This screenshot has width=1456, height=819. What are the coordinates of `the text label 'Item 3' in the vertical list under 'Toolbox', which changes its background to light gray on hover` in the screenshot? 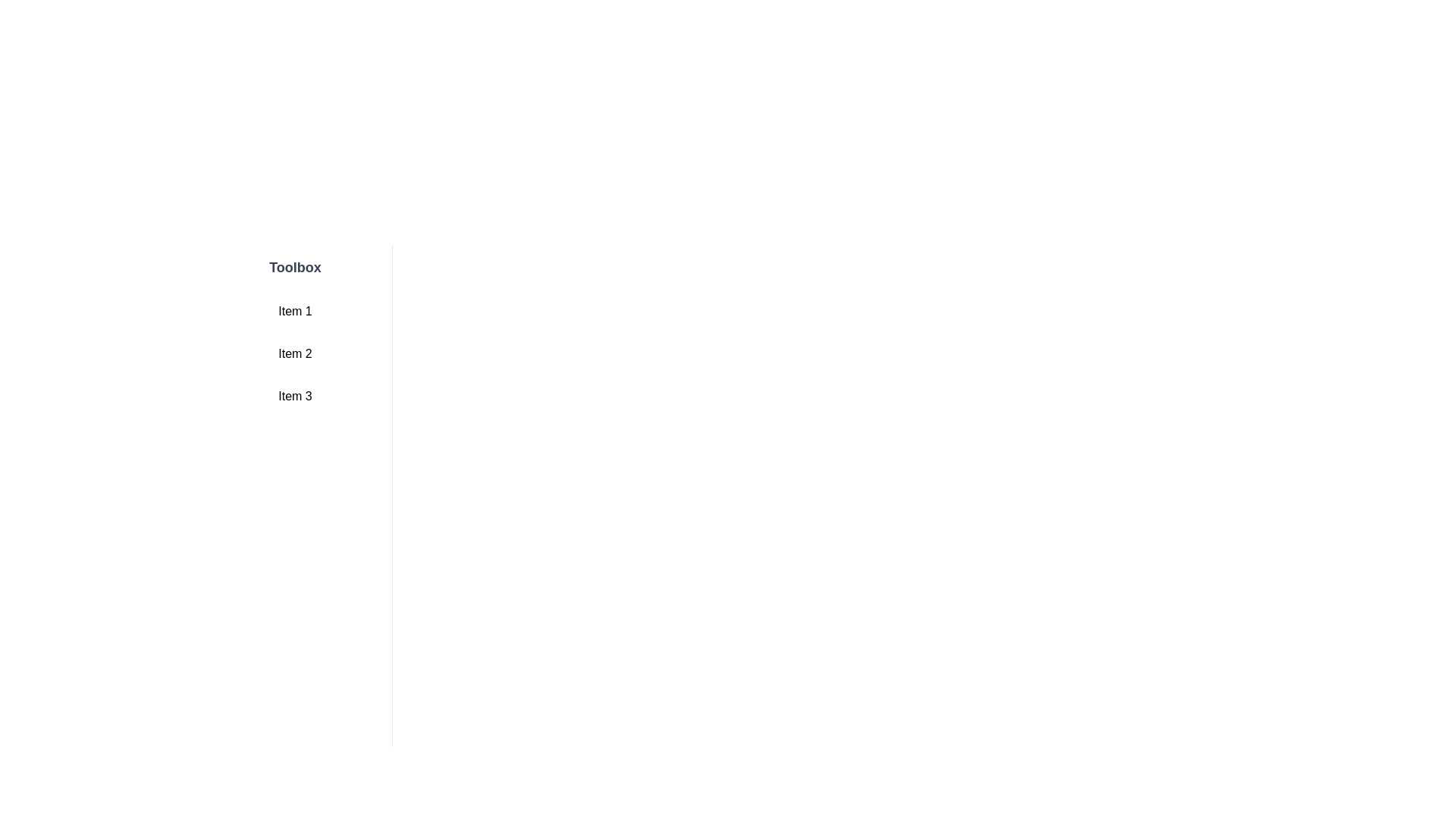 It's located at (295, 396).